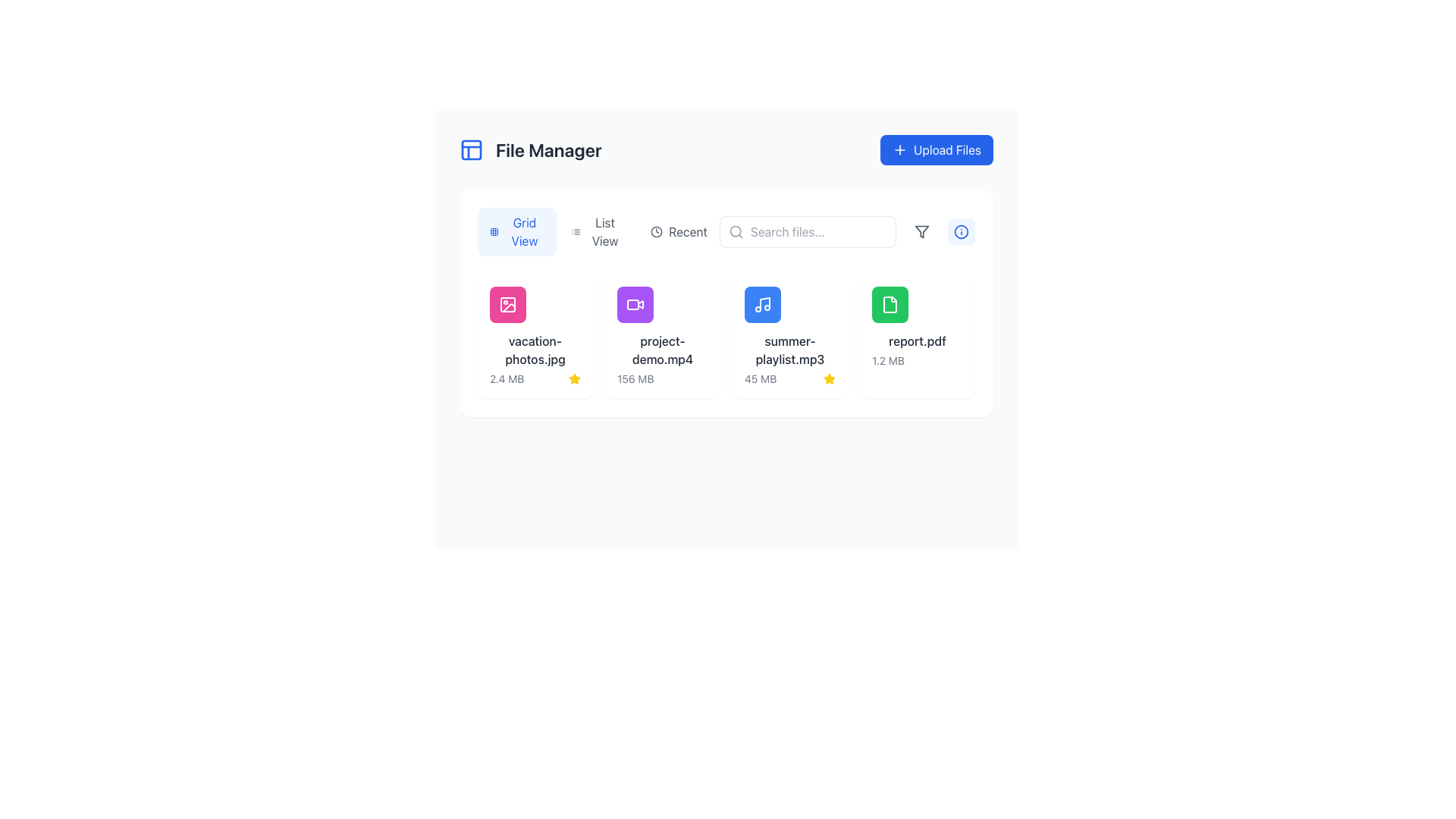 Image resolution: width=1456 pixels, height=819 pixels. I want to click on the green file icon representing a document, which is located in the fourth position of the grid layout in the file manager, directly below the 'Upload Files' button, so click(890, 304).